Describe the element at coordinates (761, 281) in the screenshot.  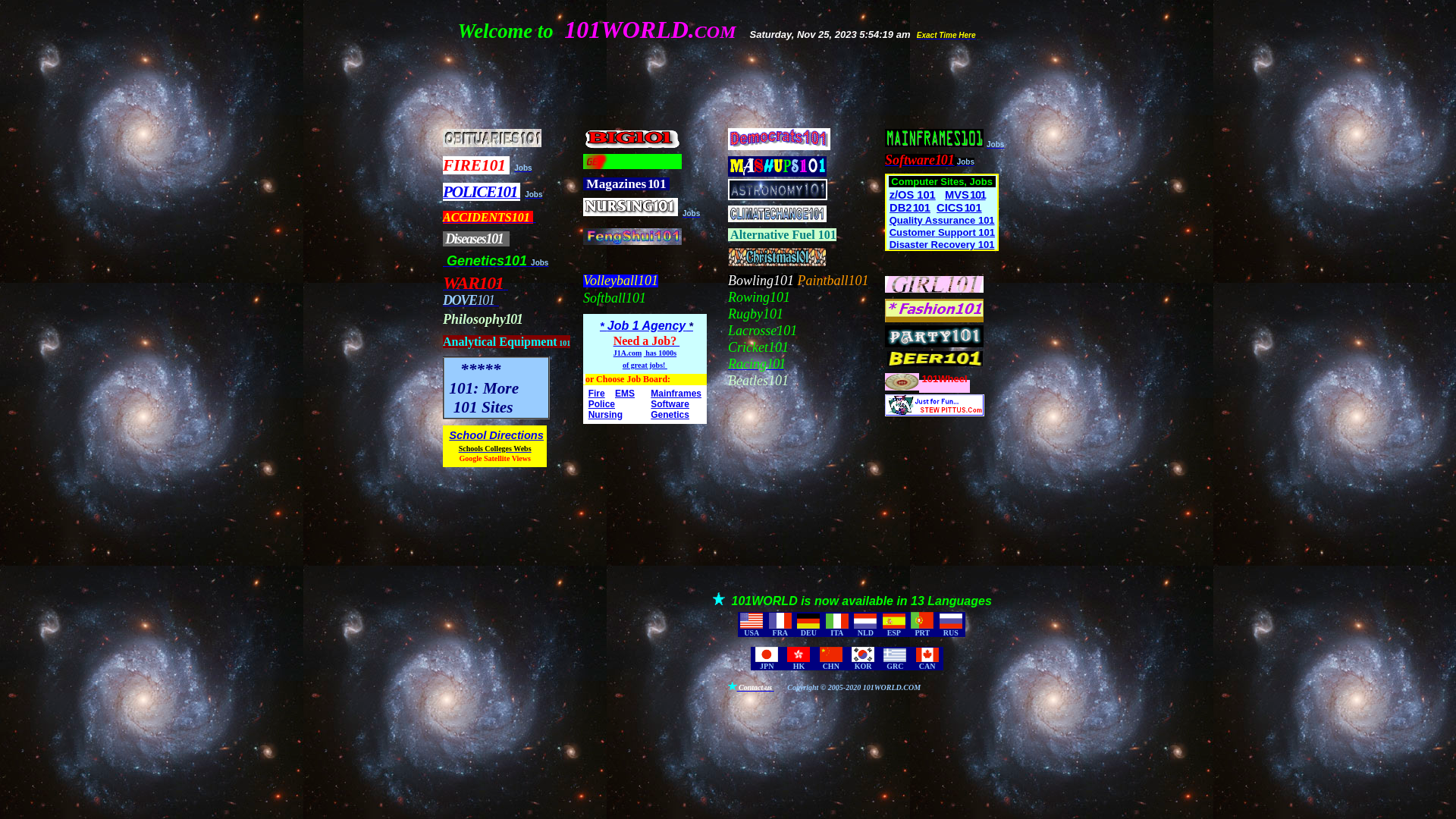
I see `'Bowling101'` at that location.